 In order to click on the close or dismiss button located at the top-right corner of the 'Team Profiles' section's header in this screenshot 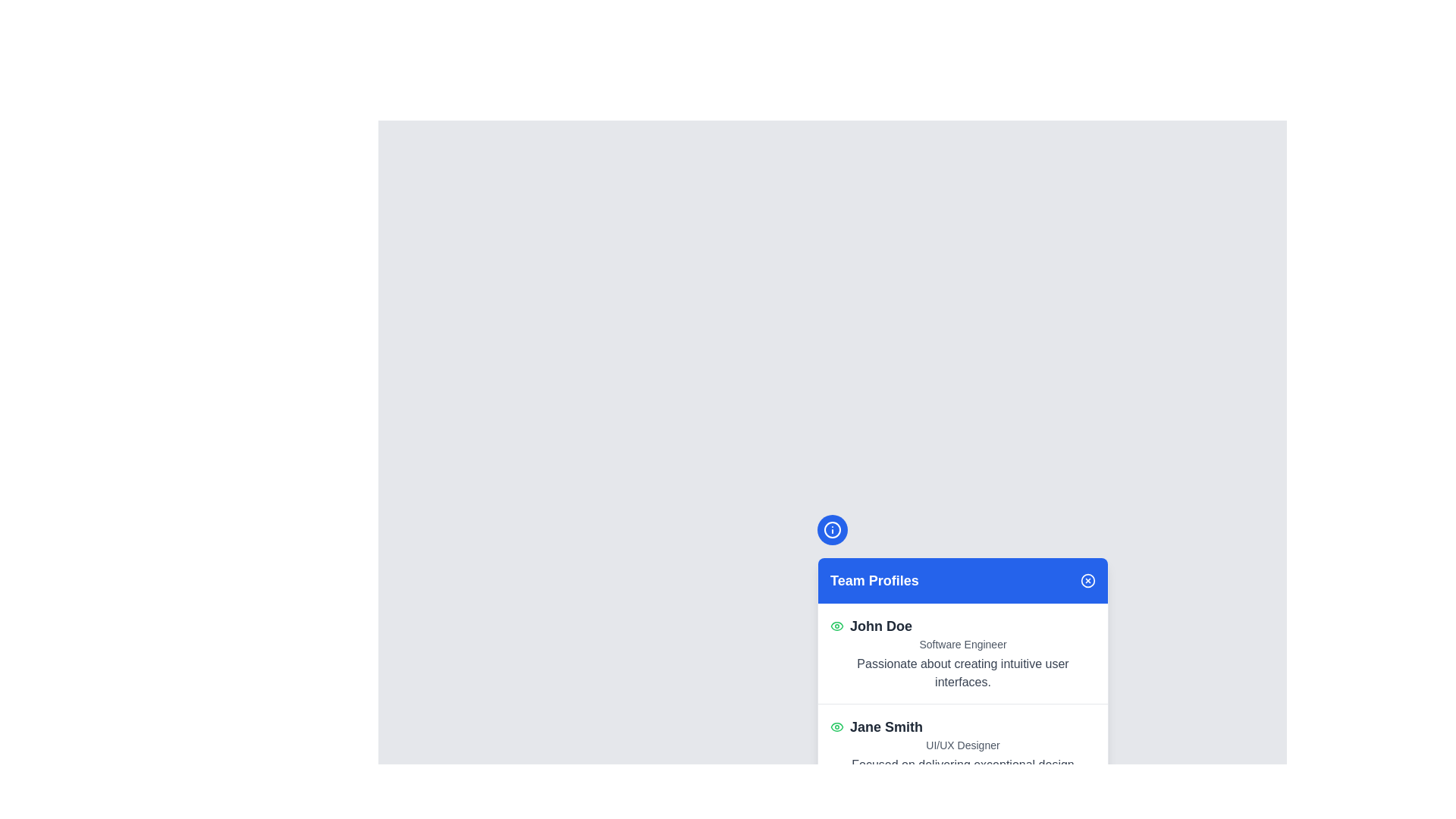, I will do `click(1087, 580)`.